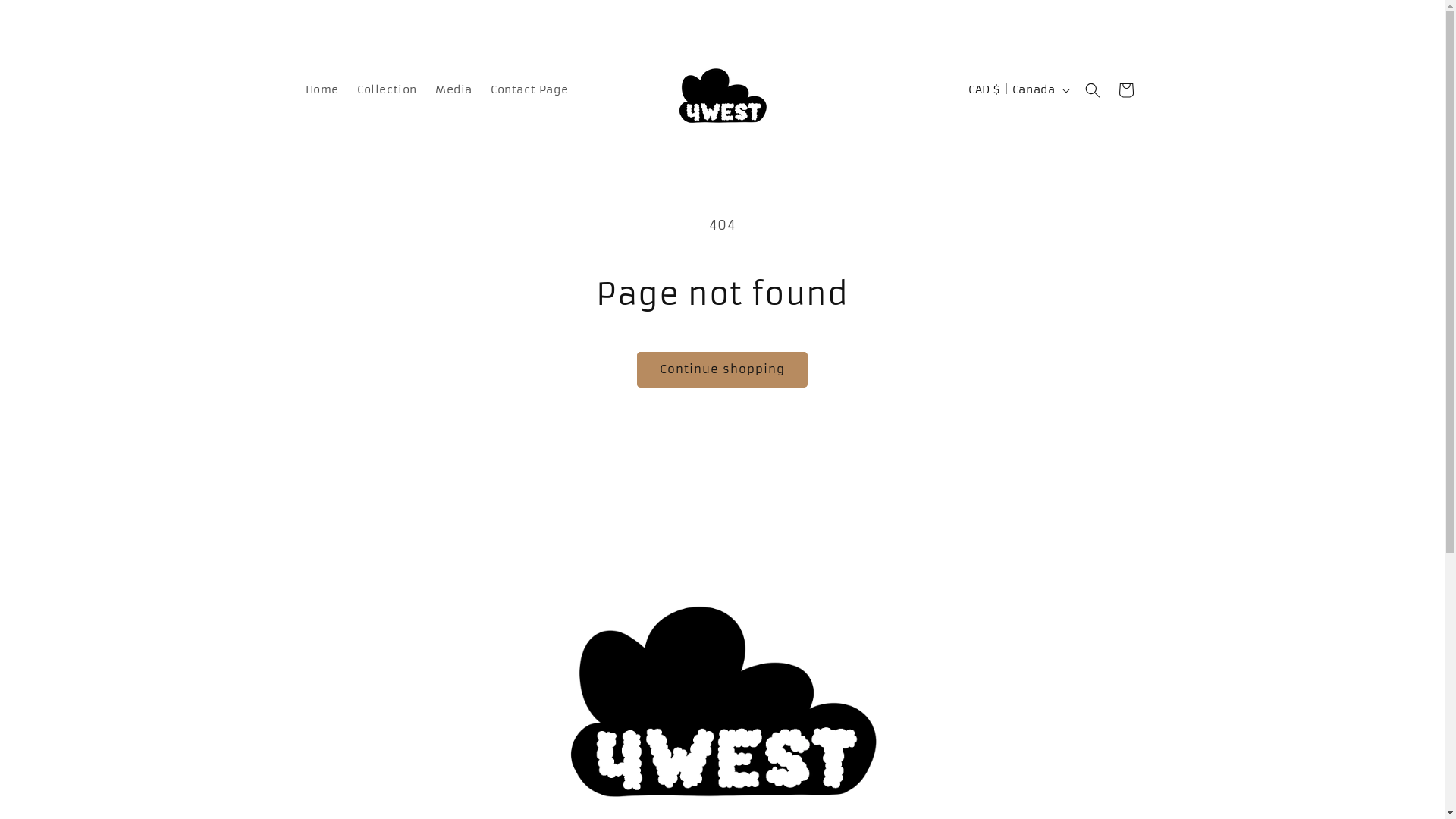 Image resolution: width=1456 pixels, height=819 pixels. Describe the element at coordinates (387, 89) in the screenshot. I see `'Collection'` at that location.